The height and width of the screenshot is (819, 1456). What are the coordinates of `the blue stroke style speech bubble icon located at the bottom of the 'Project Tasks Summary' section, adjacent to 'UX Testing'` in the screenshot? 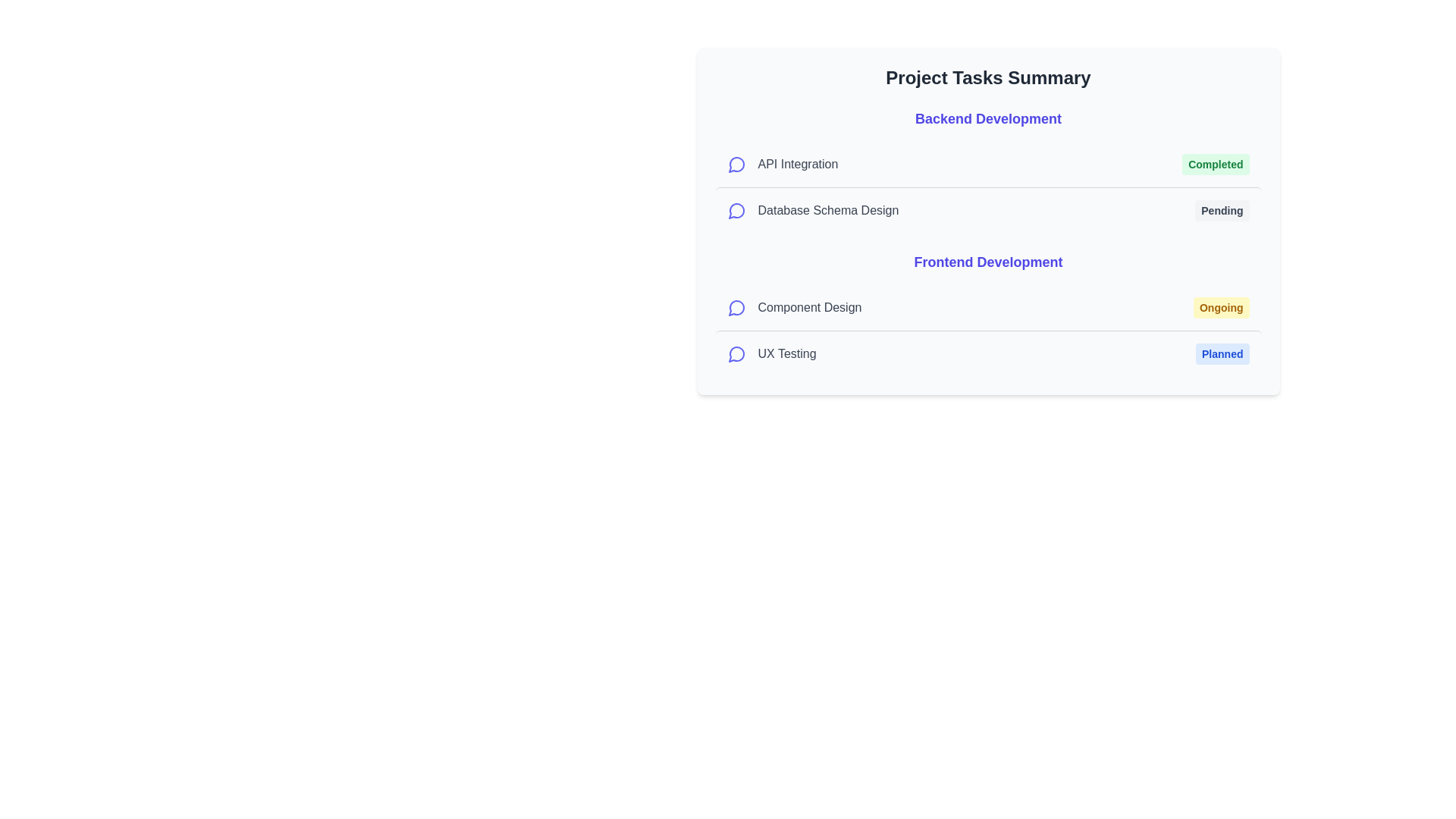 It's located at (736, 354).